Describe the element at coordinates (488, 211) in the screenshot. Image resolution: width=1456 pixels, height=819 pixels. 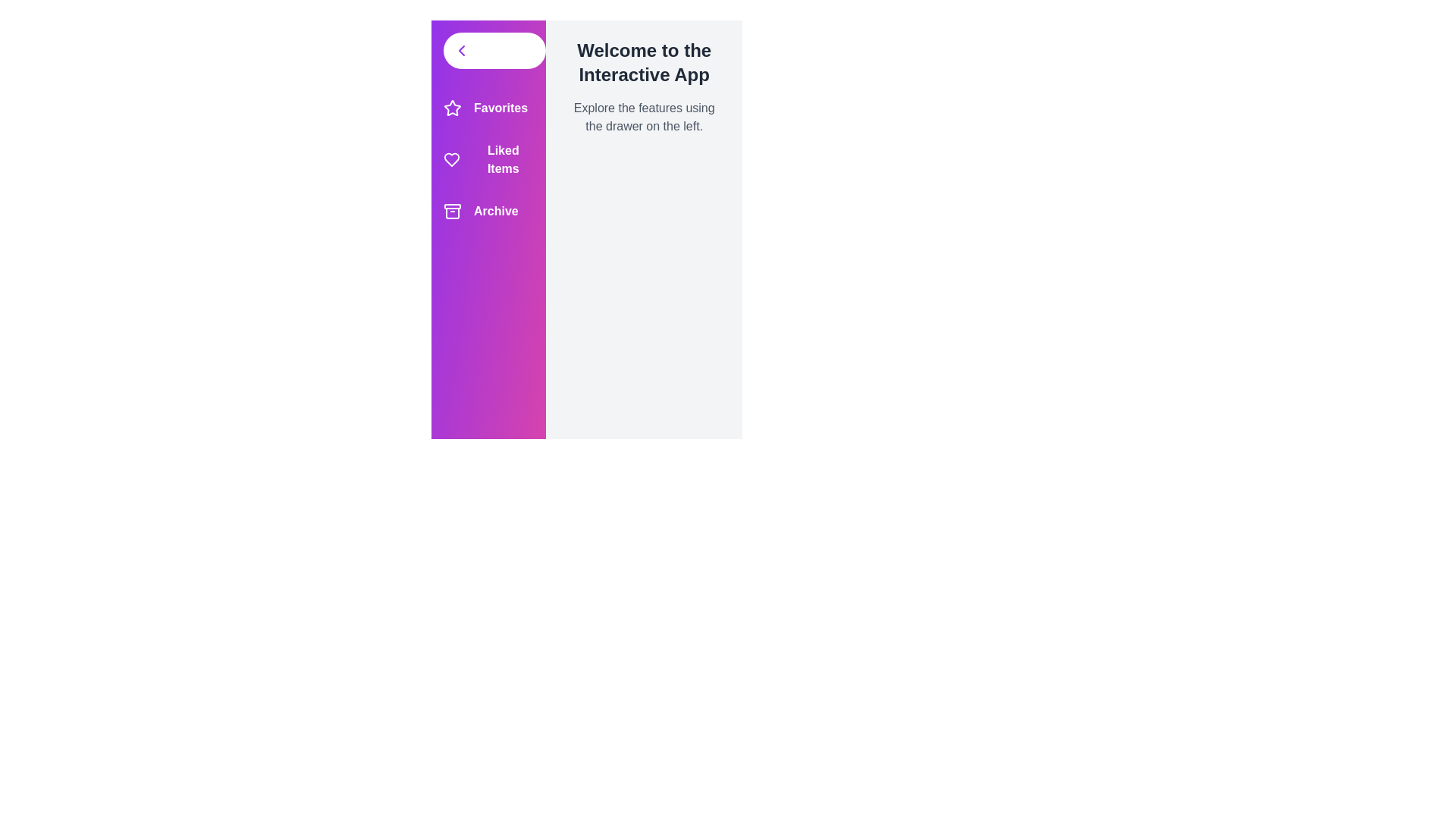
I see `the 'Archive' menu item in the drawer` at that location.